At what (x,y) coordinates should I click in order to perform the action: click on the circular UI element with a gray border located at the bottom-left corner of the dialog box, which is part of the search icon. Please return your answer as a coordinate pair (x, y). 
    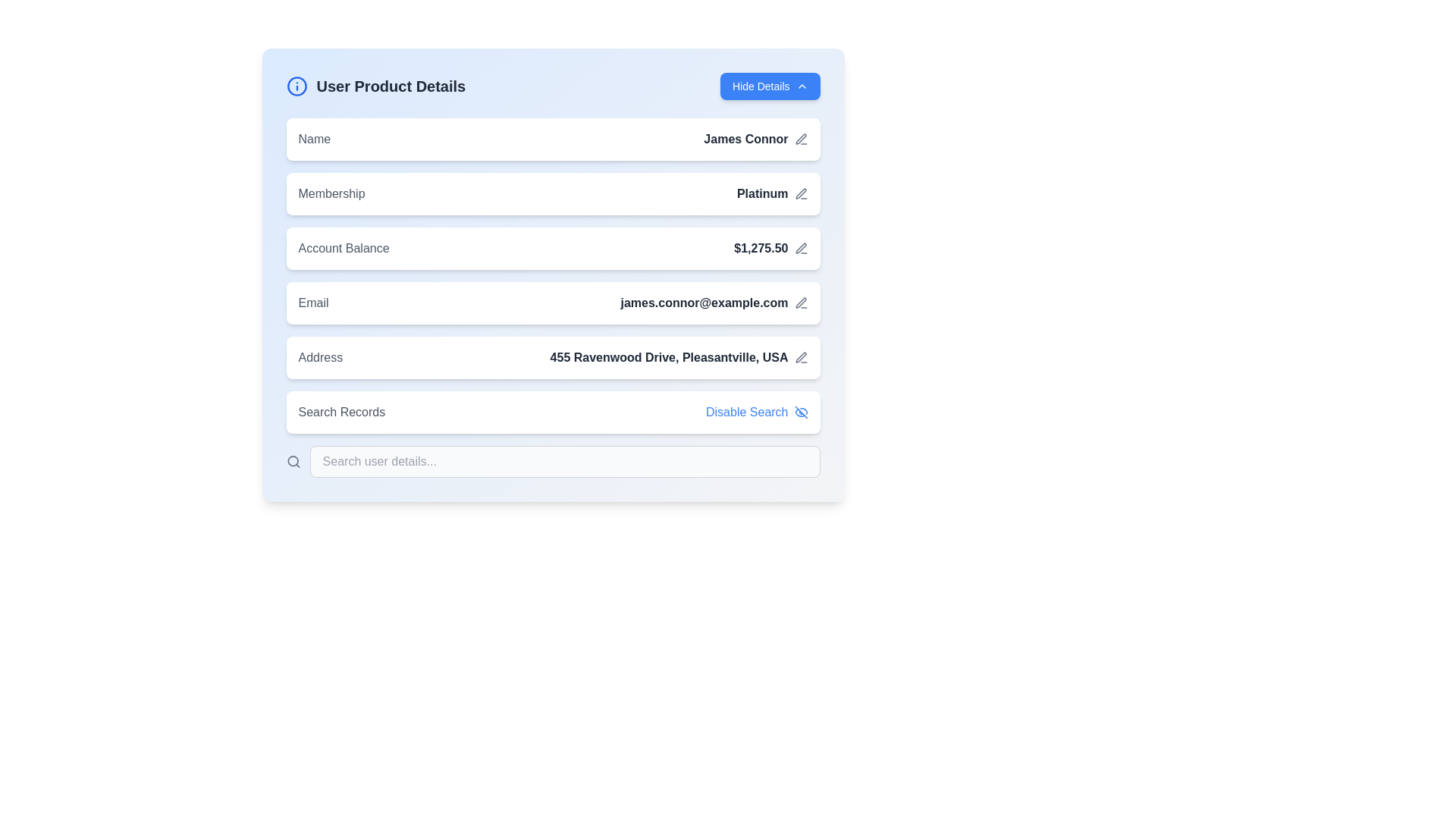
    Looking at the image, I should click on (293, 460).